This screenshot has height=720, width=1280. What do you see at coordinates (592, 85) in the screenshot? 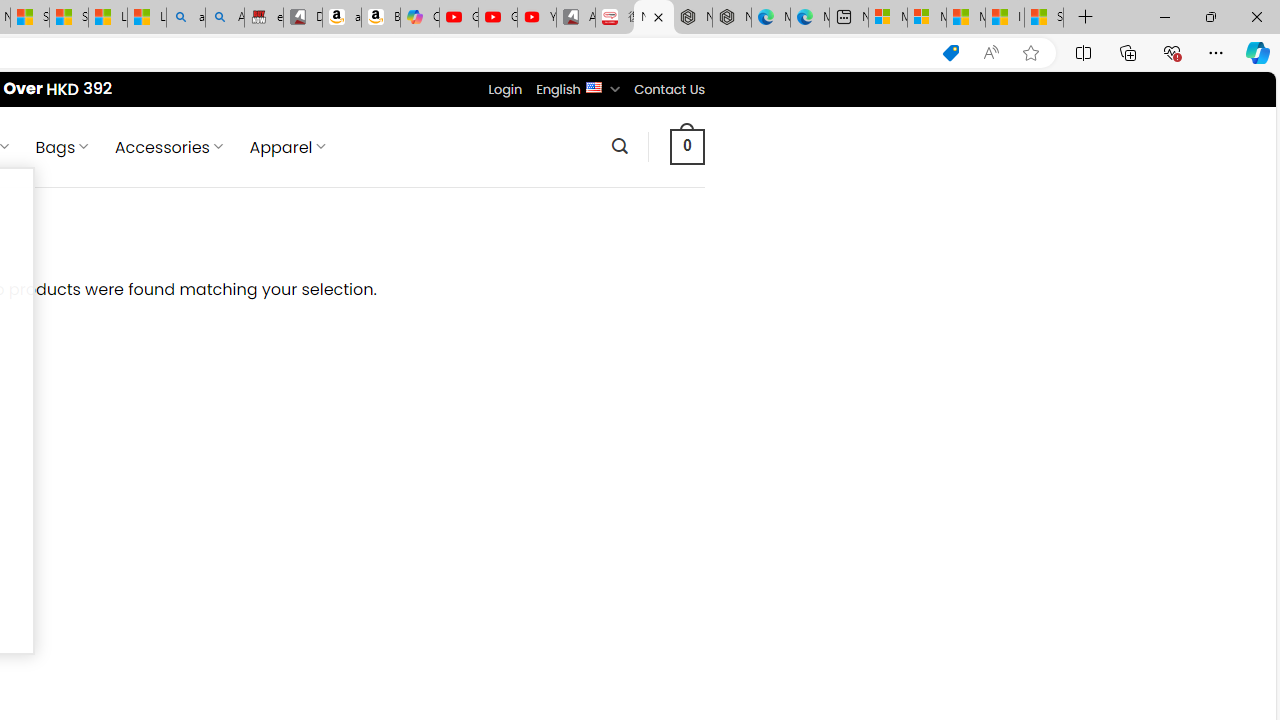
I see `'English'` at bounding box center [592, 85].